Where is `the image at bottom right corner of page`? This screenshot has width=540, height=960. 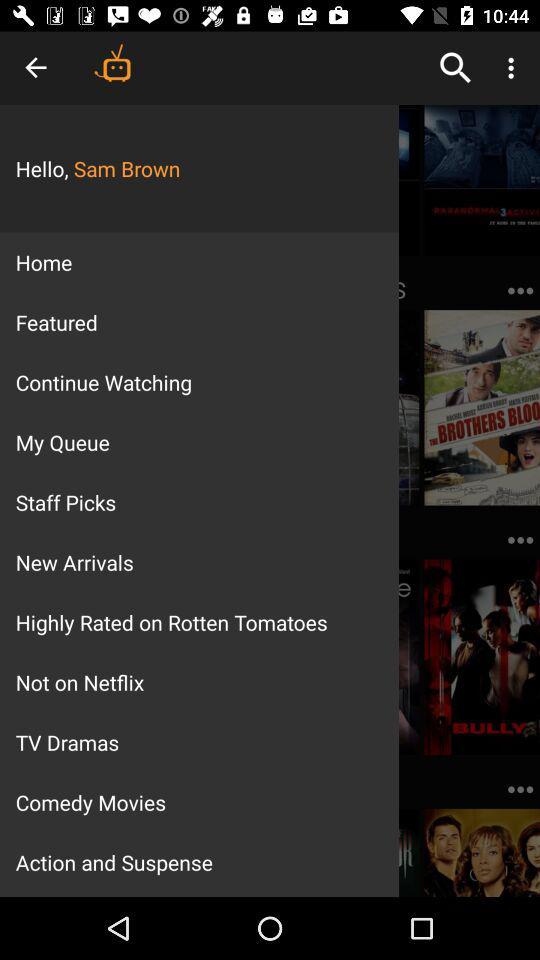
the image at bottom right corner of page is located at coordinates (481, 851).